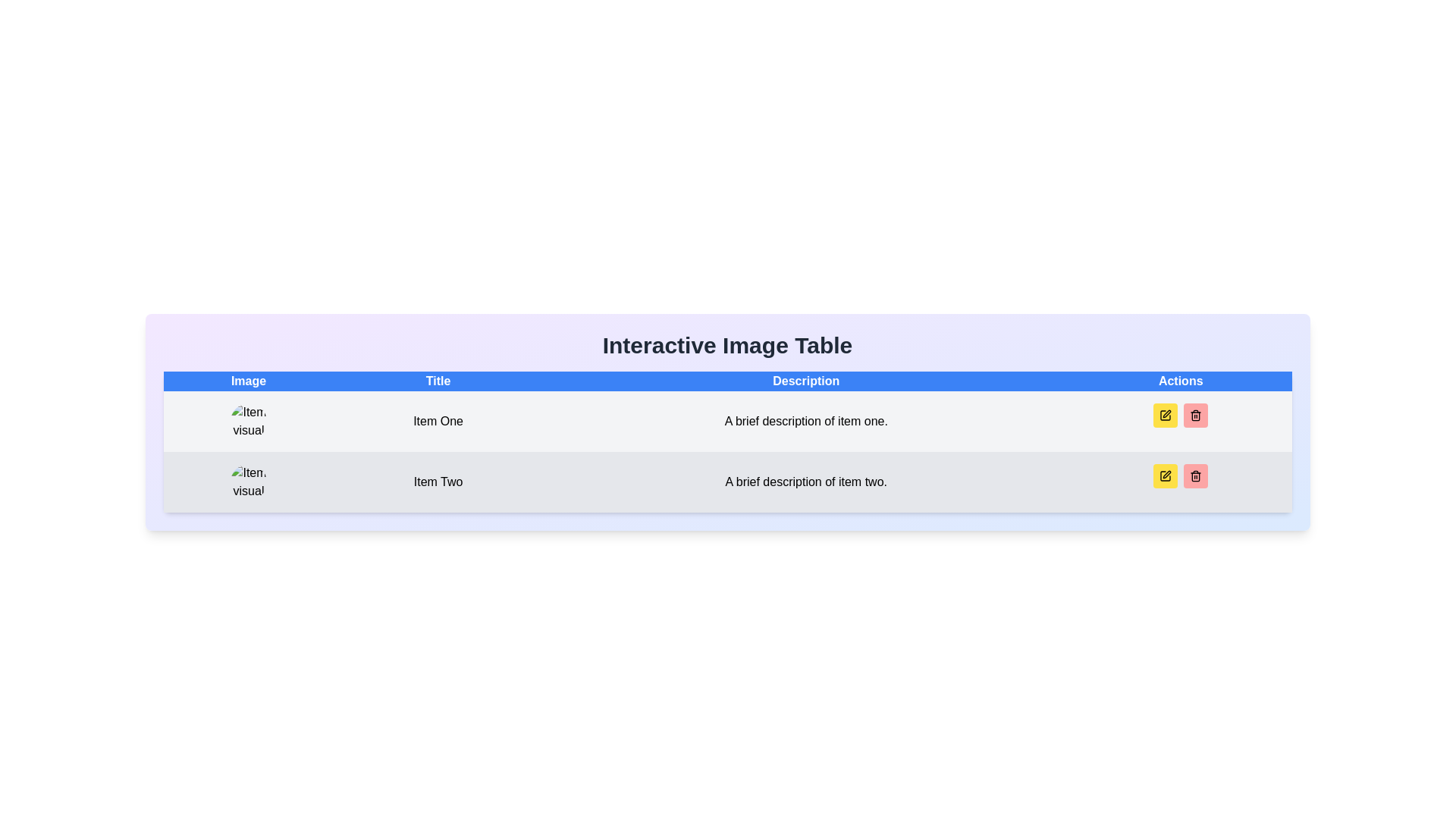  I want to click on the square writing pad icon in the 'Actions' column of the second row, so click(1165, 415).